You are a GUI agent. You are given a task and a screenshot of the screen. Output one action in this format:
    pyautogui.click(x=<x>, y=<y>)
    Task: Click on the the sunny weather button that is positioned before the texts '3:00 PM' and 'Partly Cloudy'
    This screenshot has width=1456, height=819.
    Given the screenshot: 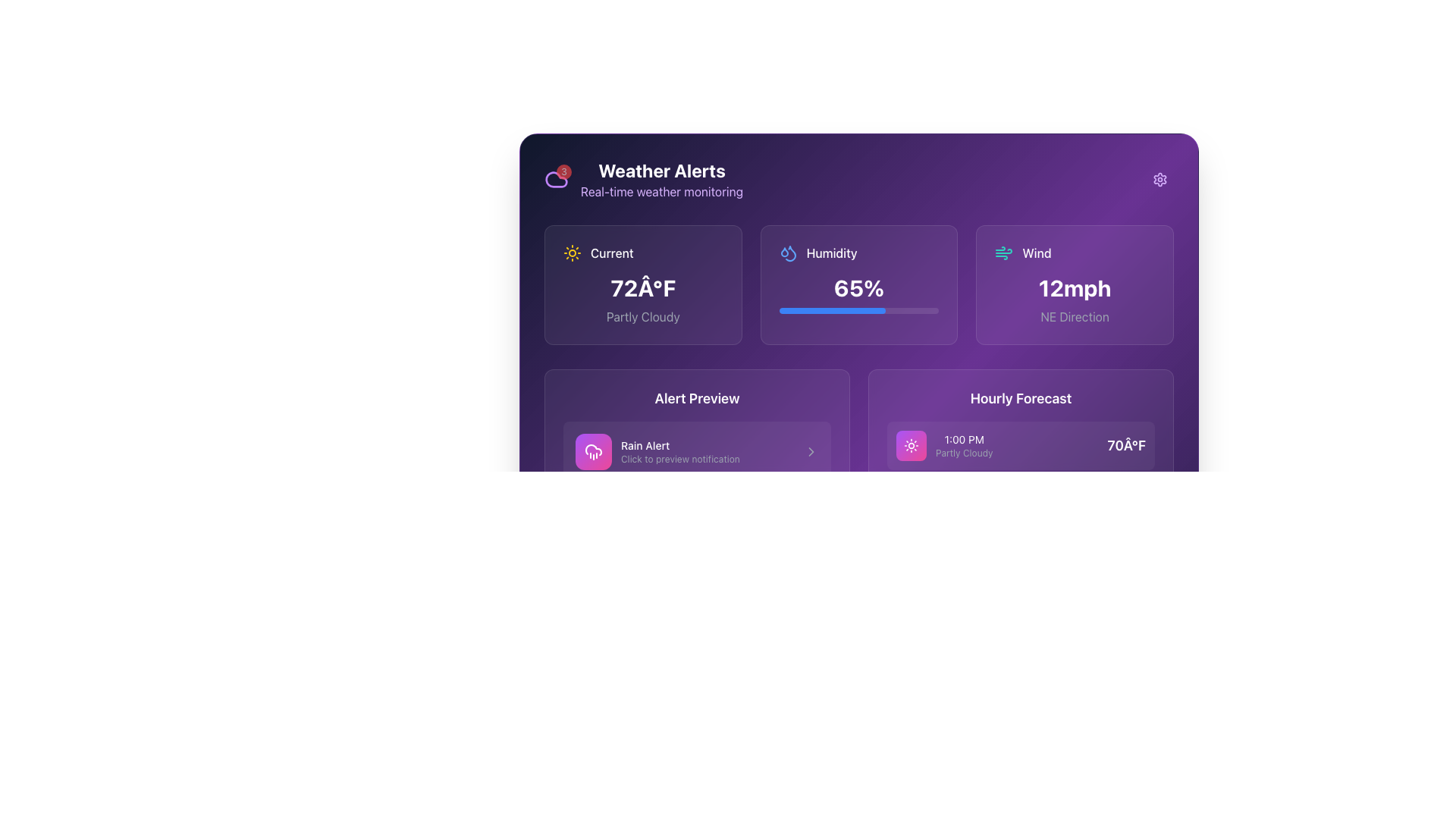 What is the action you would take?
    pyautogui.click(x=910, y=567)
    